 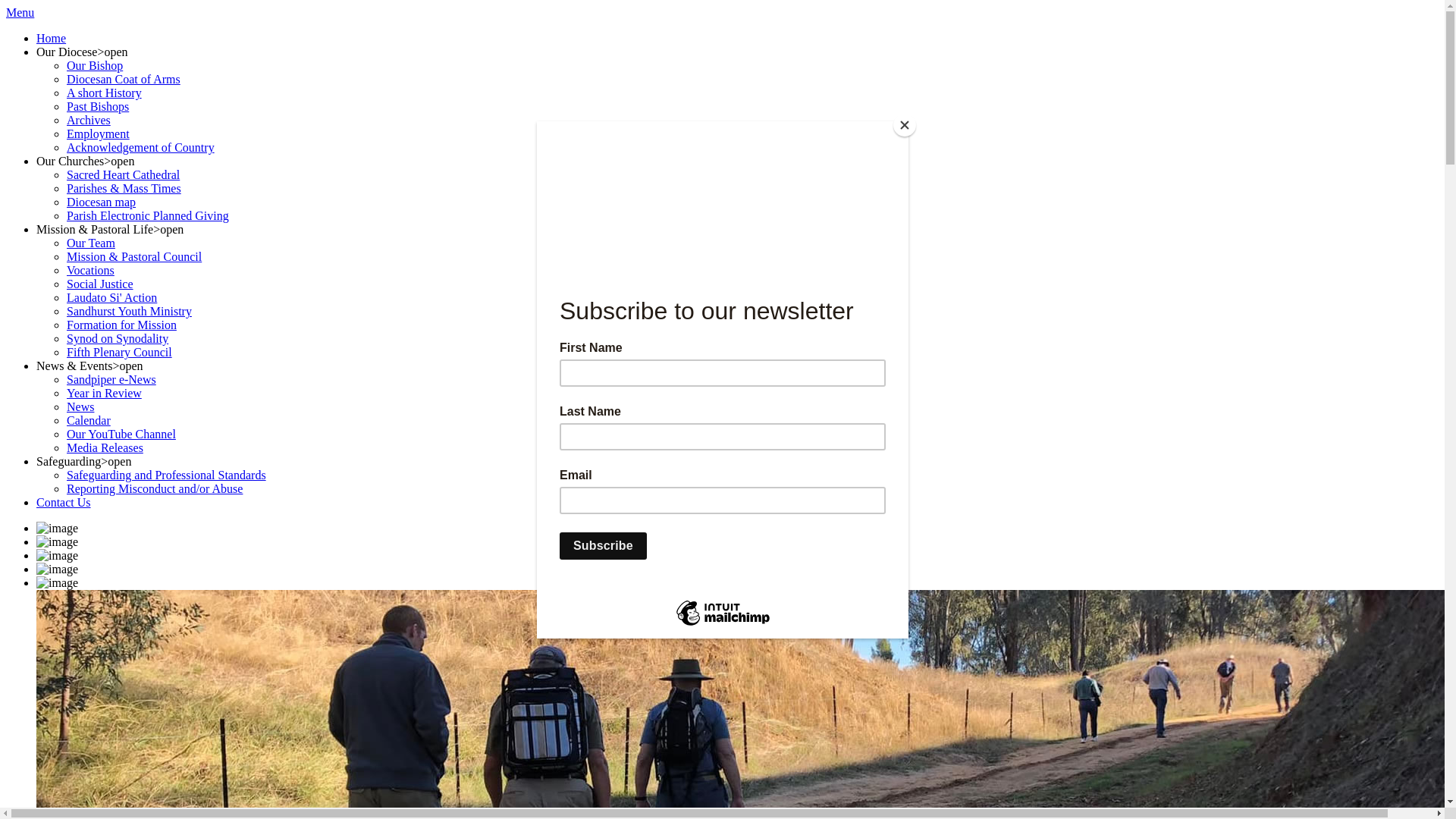 What do you see at coordinates (100, 201) in the screenshot?
I see `'Diocesan map'` at bounding box center [100, 201].